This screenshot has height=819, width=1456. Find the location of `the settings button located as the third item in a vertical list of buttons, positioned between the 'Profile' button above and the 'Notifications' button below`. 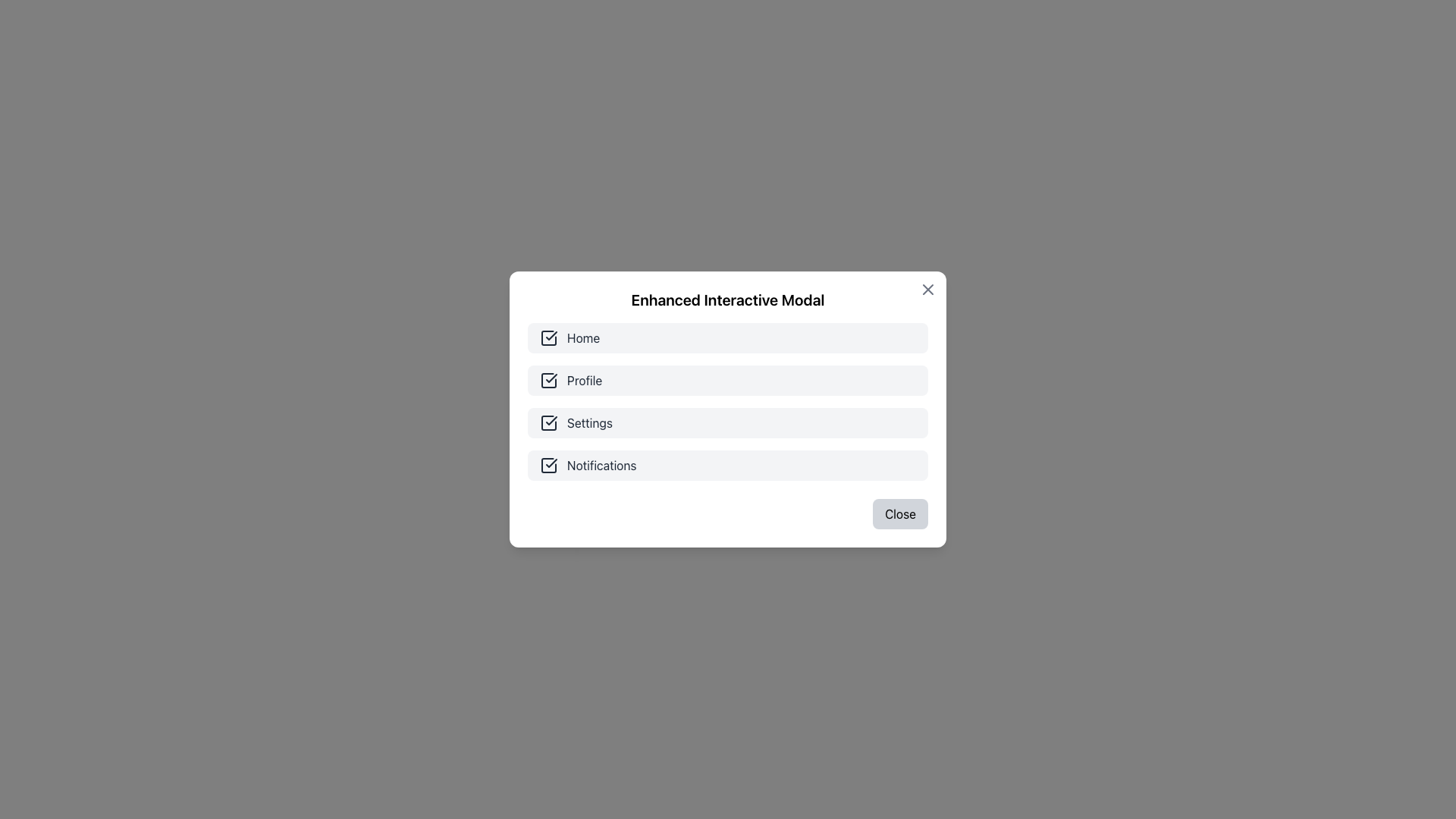

the settings button located as the third item in a vertical list of buttons, positioned between the 'Profile' button above and the 'Notifications' button below is located at coordinates (728, 423).